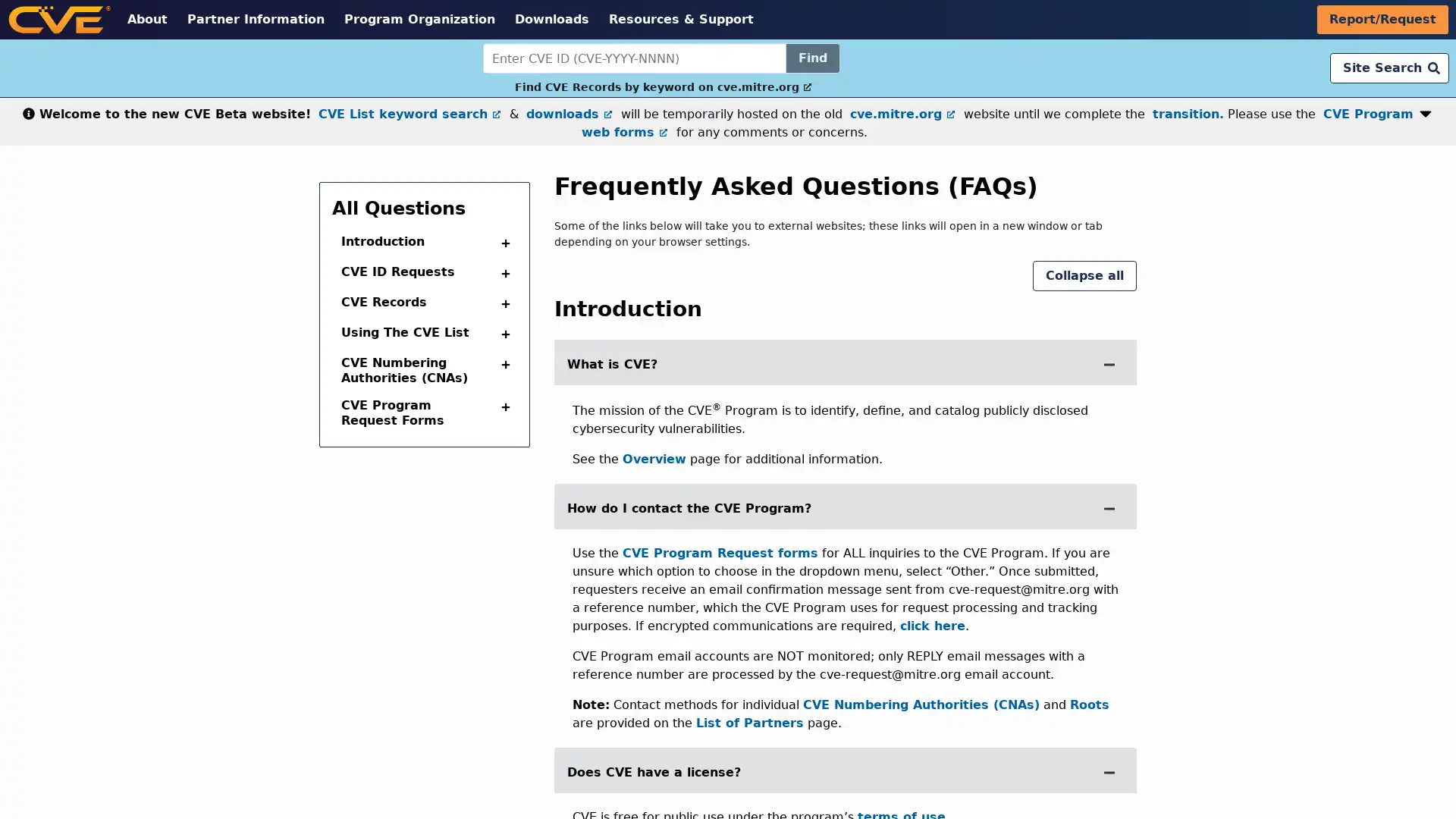  I want to click on expand, so click(502, 242).